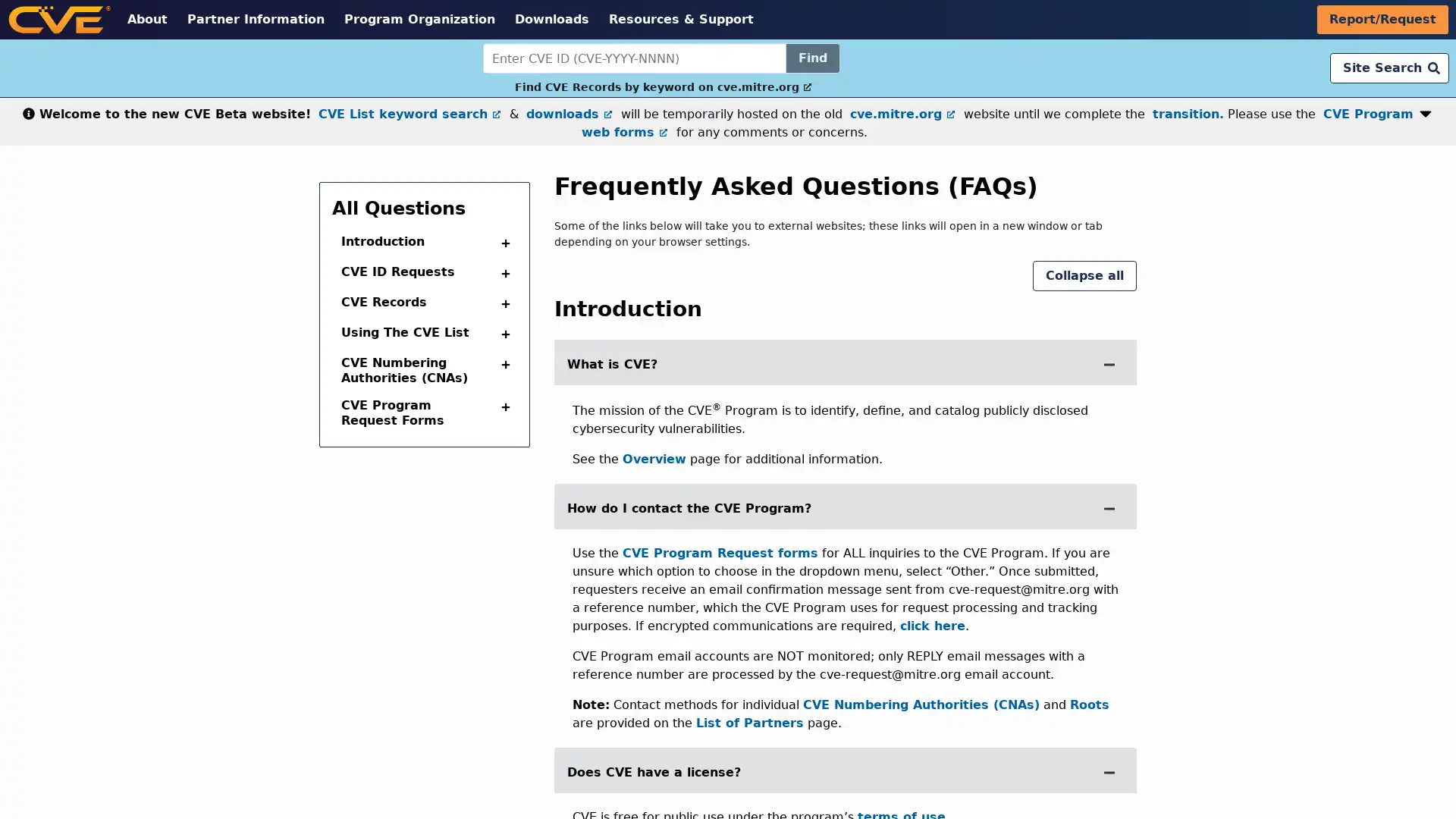  I want to click on expand, so click(502, 242).